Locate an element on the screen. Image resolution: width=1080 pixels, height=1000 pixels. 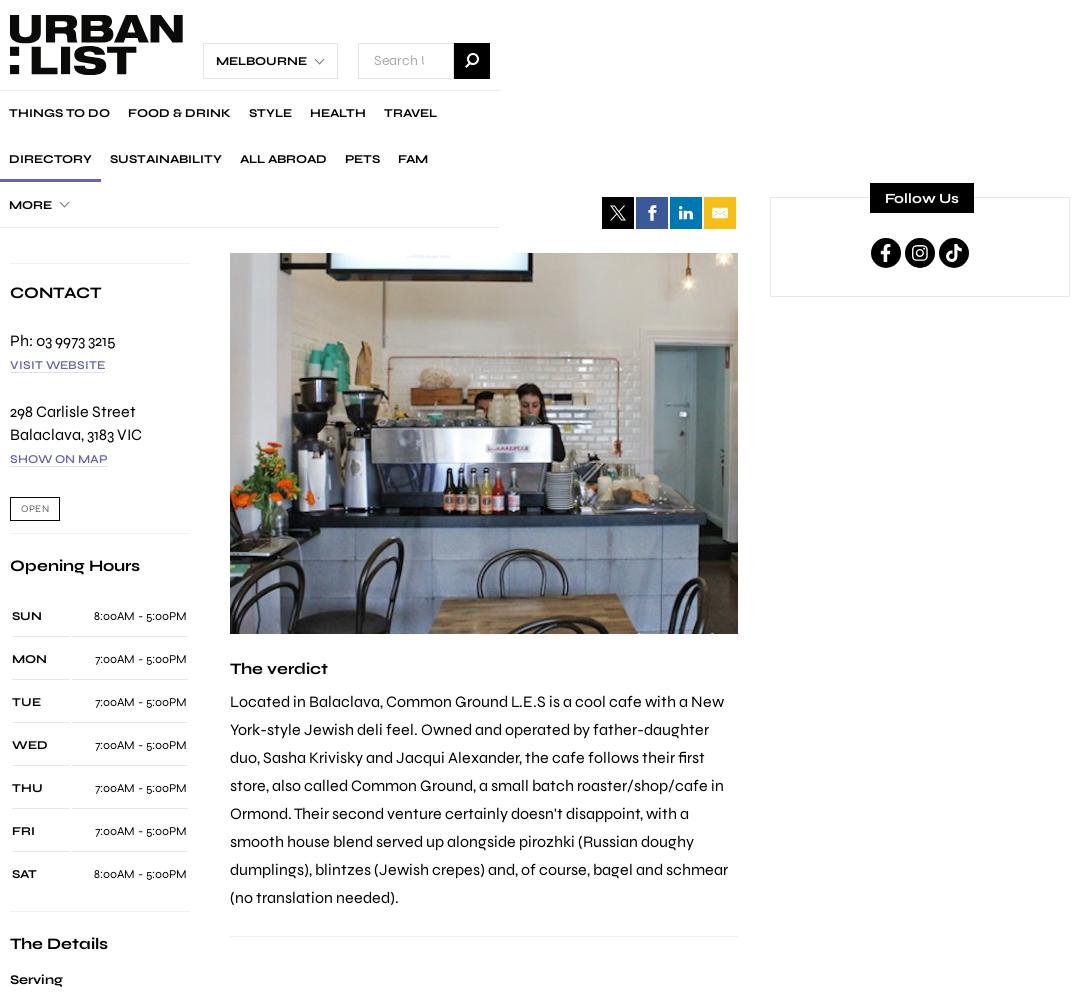
',' is located at coordinates (83, 433).